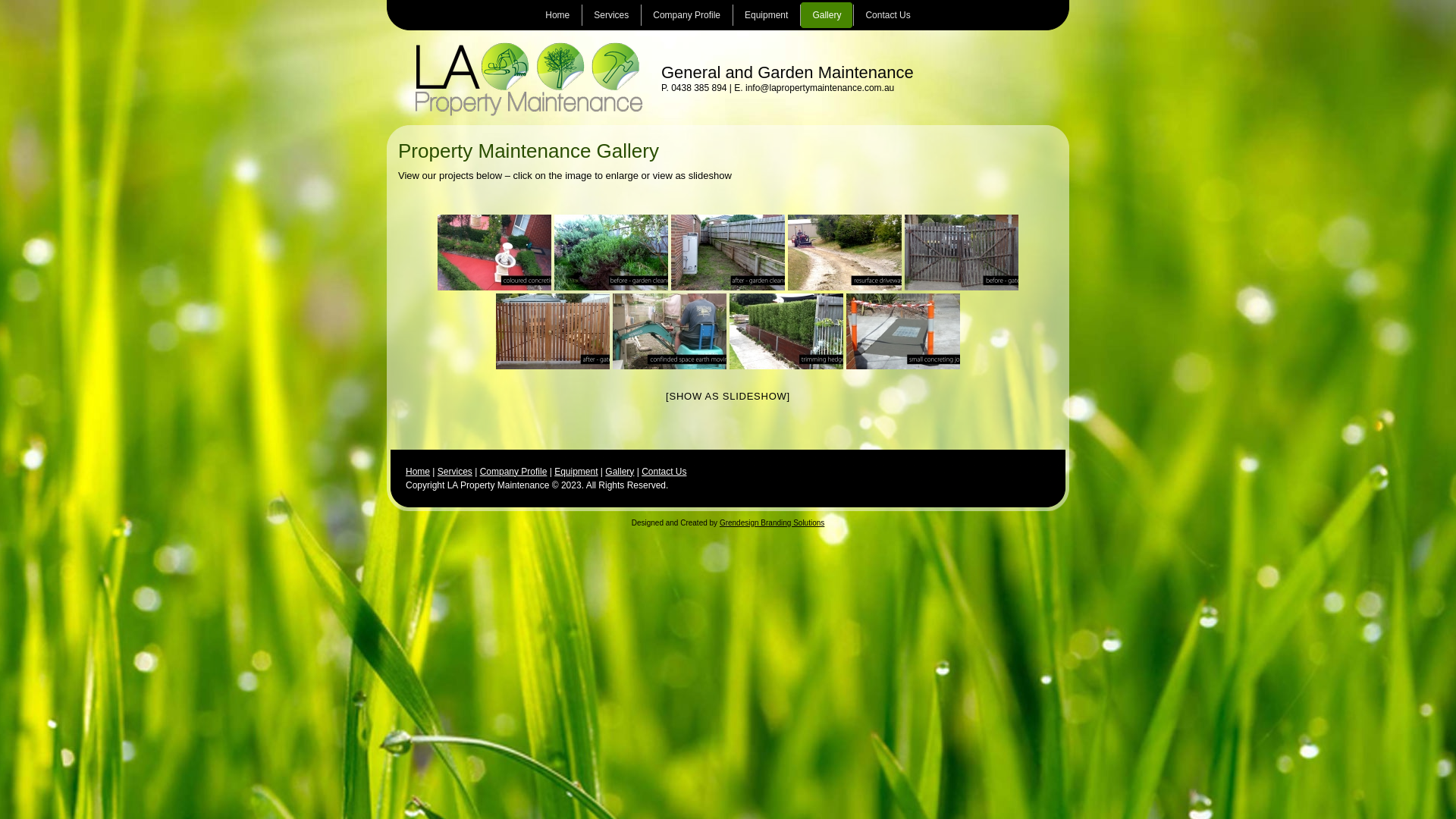 This screenshot has height=819, width=1456. Describe the element at coordinates (552, 330) in the screenshot. I see `'la-property-maintenance-fix-gates2'` at that location.